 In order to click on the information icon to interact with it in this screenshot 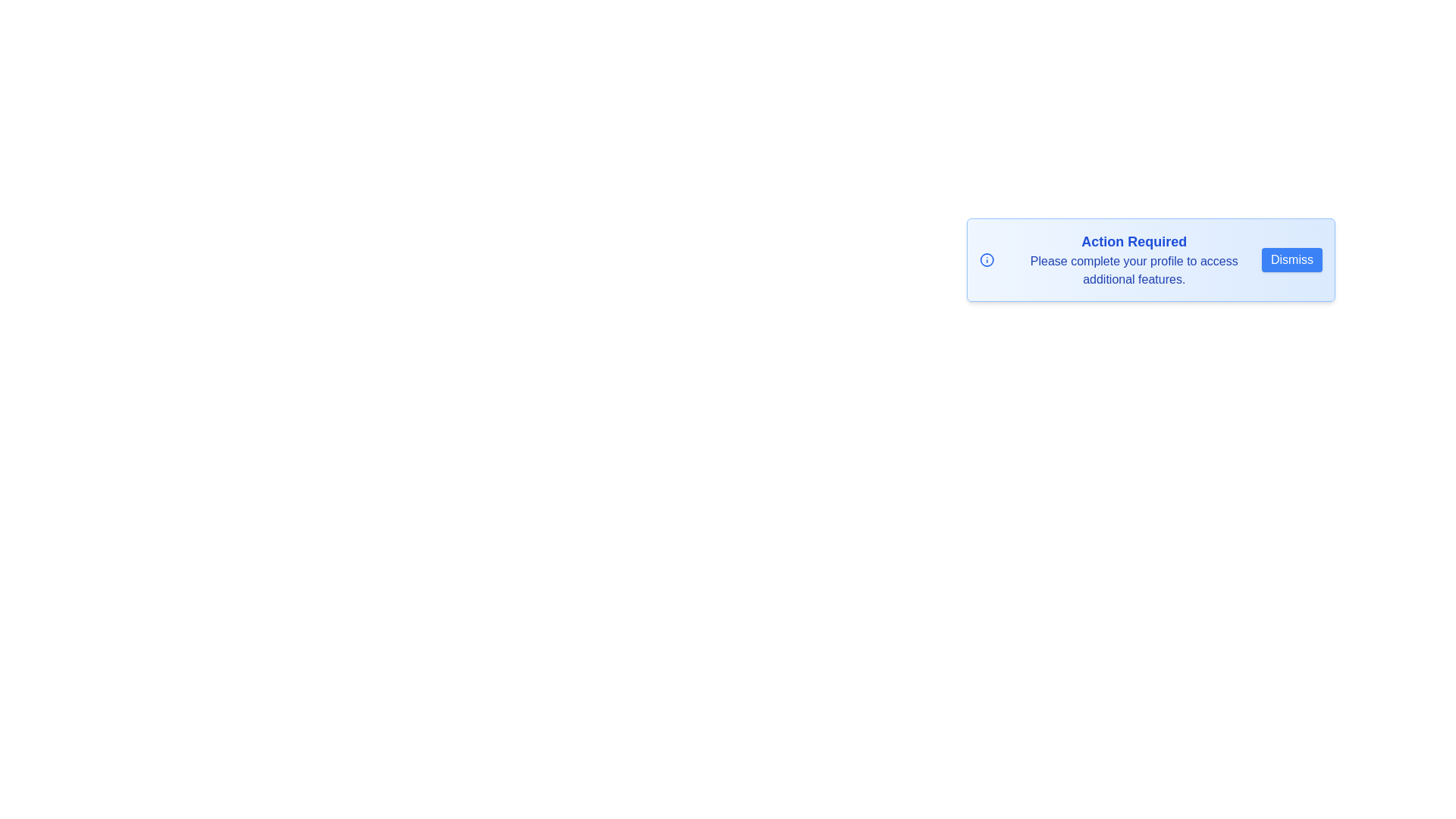, I will do `click(986, 259)`.